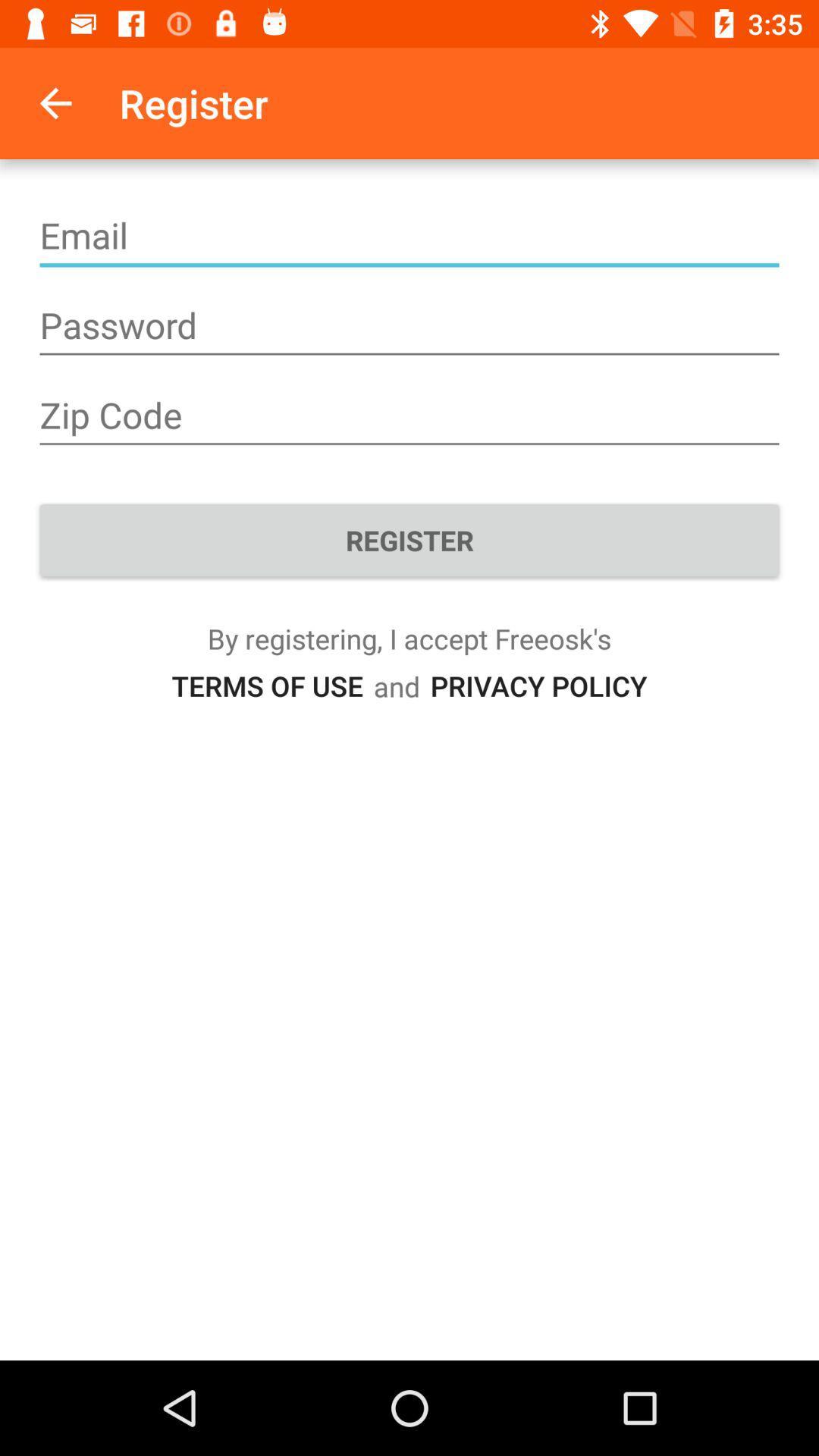 The height and width of the screenshot is (1456, 819). I want to click on the icon next to the register, so click(55, 102).